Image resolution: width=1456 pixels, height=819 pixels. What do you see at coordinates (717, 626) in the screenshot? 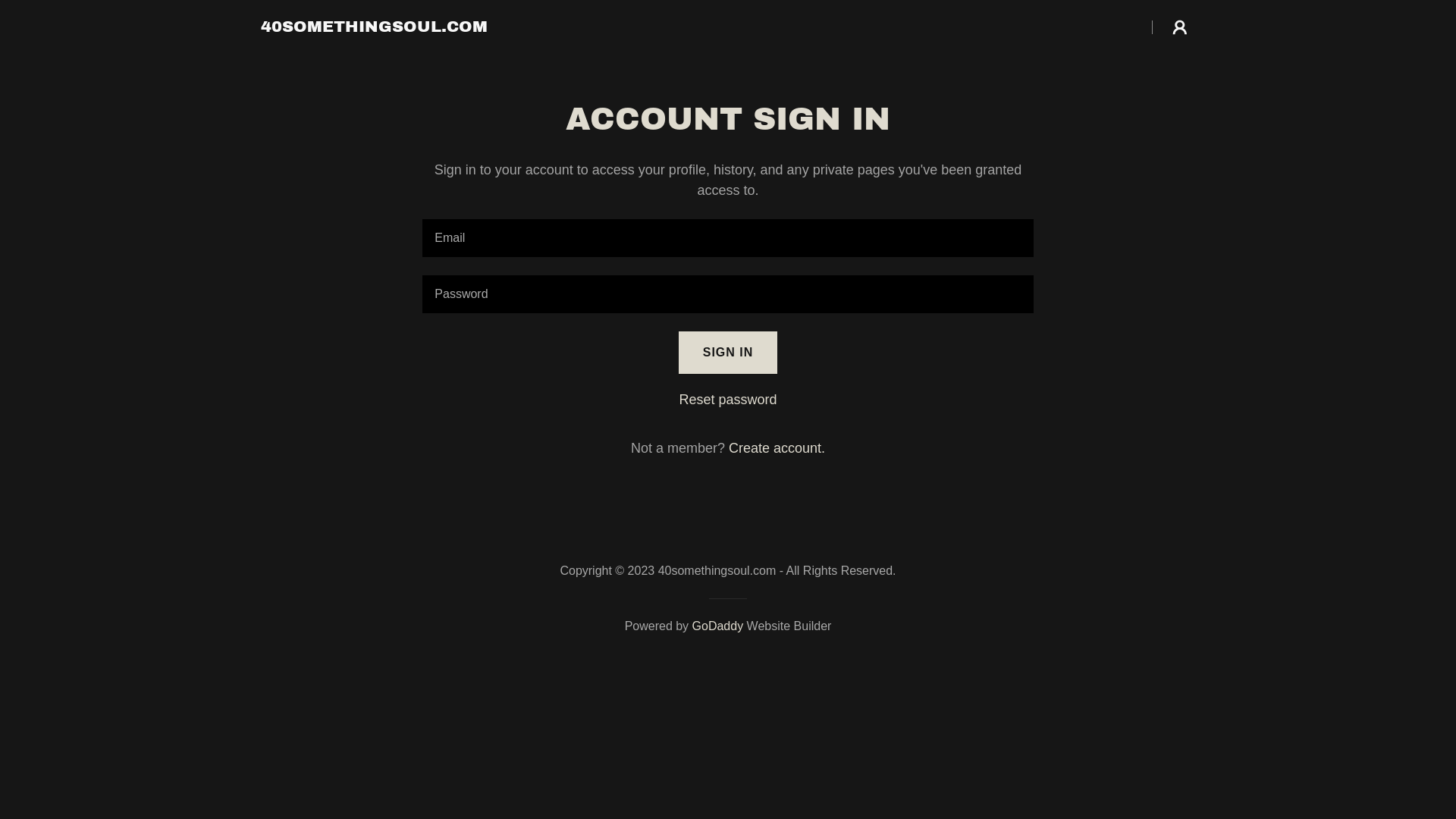
I see `'GoDaddy'` at bounding box center [717, 626].